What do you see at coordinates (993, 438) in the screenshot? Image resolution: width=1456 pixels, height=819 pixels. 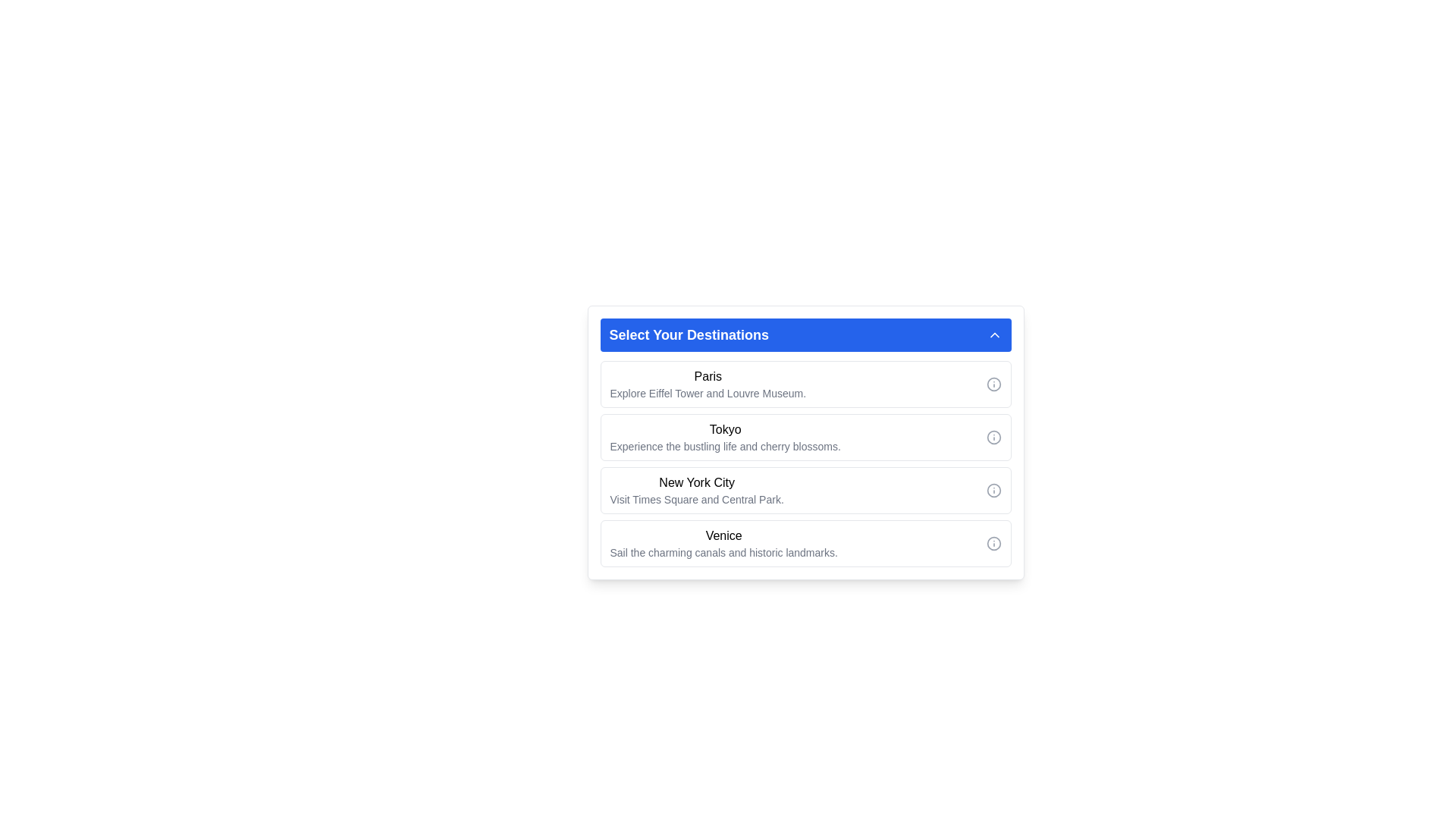 I see `the circular gray icon with a hollow ring and an exclamation point inside, located in the top-right section of the 'Tokyo' entry in the 'Select Your Destinations' list` at bounding box center [993, 438].